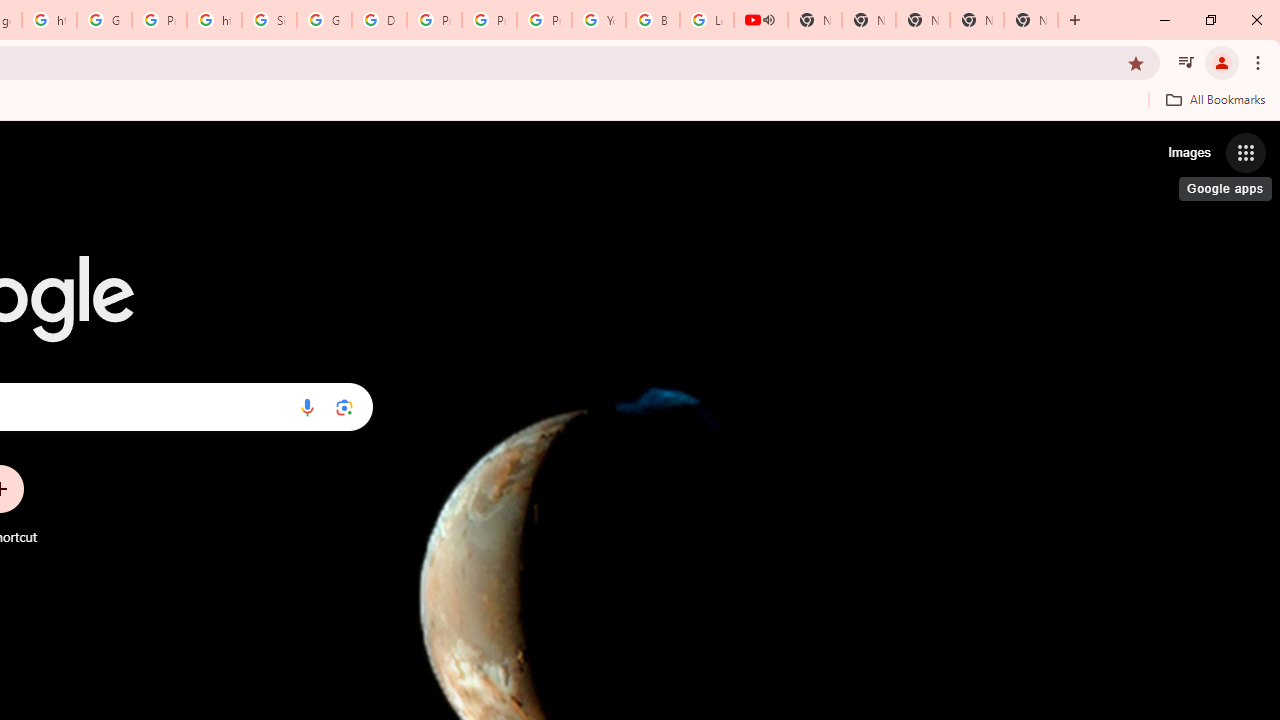  I want to click on 'Privacy Help Center - Policies Help', so click(433, 20).